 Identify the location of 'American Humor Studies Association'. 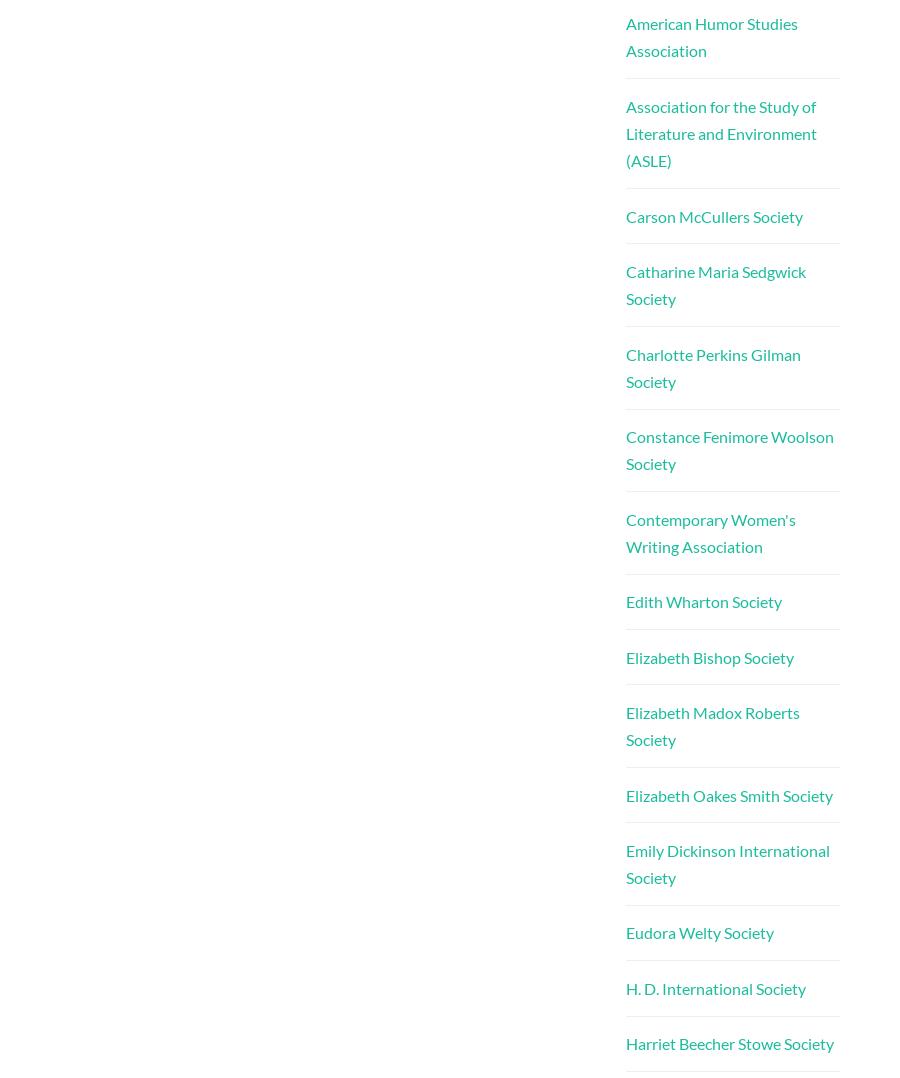
(710, 35).